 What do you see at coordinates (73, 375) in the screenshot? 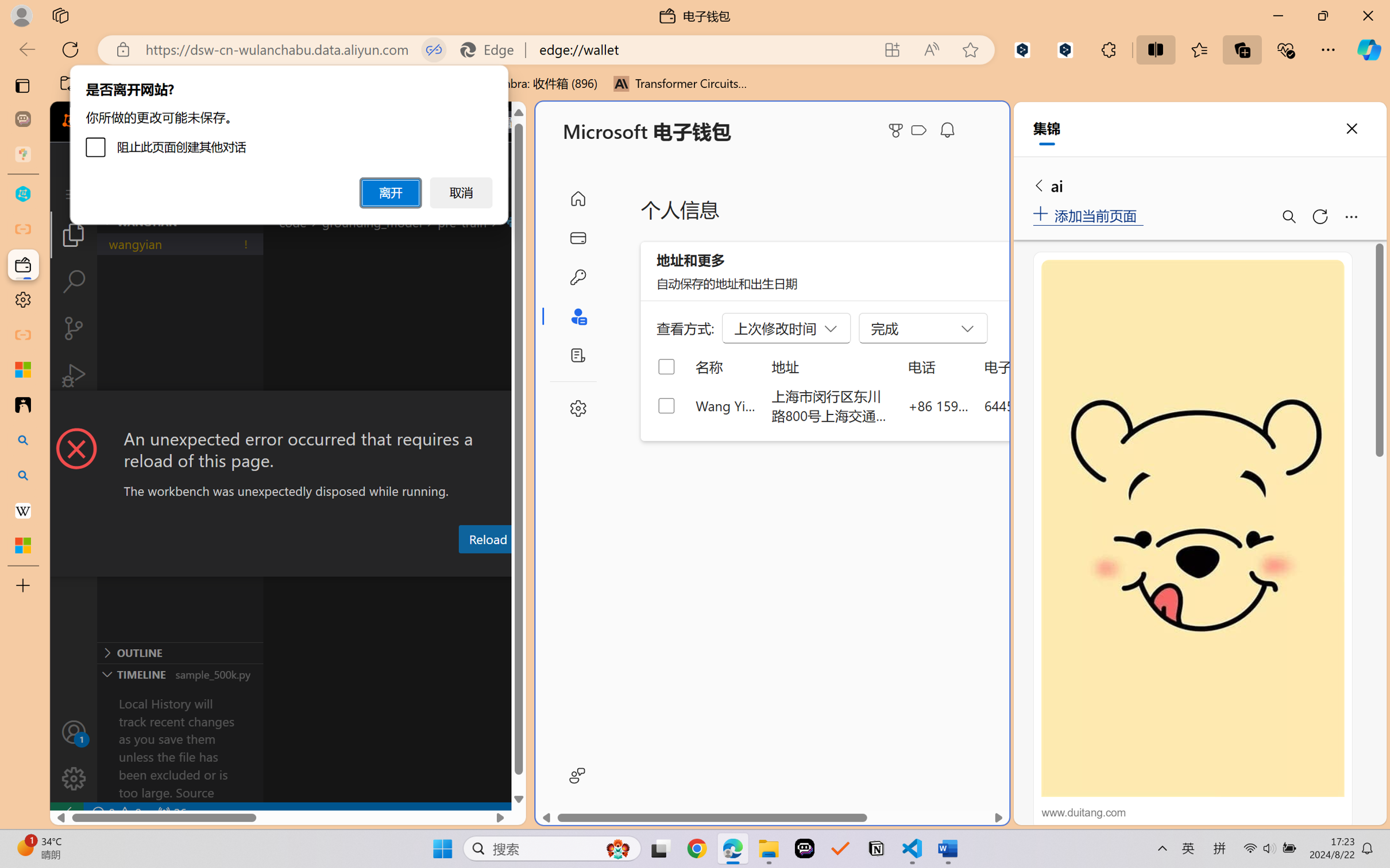
I see `'Run and Debug (Ctrl+Shift+D)'` at bounding box center [73, 375].